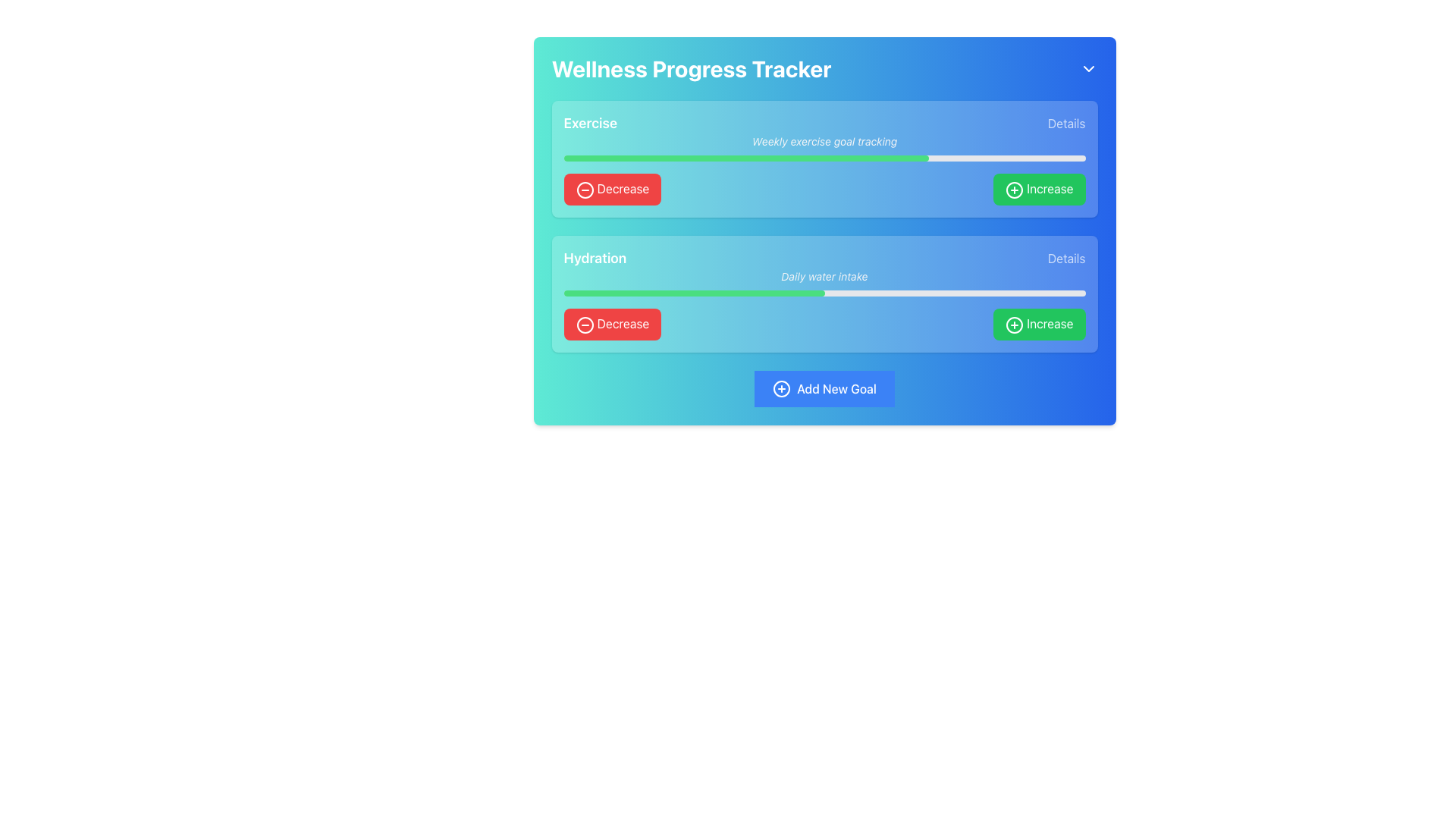  What do you see at coordinates (1014, 324) in the screenshot?
I see `the circular icon with a plus sign inside, which is centered within the green button labeled 'Increase'` at bounding box center [1014, 324].